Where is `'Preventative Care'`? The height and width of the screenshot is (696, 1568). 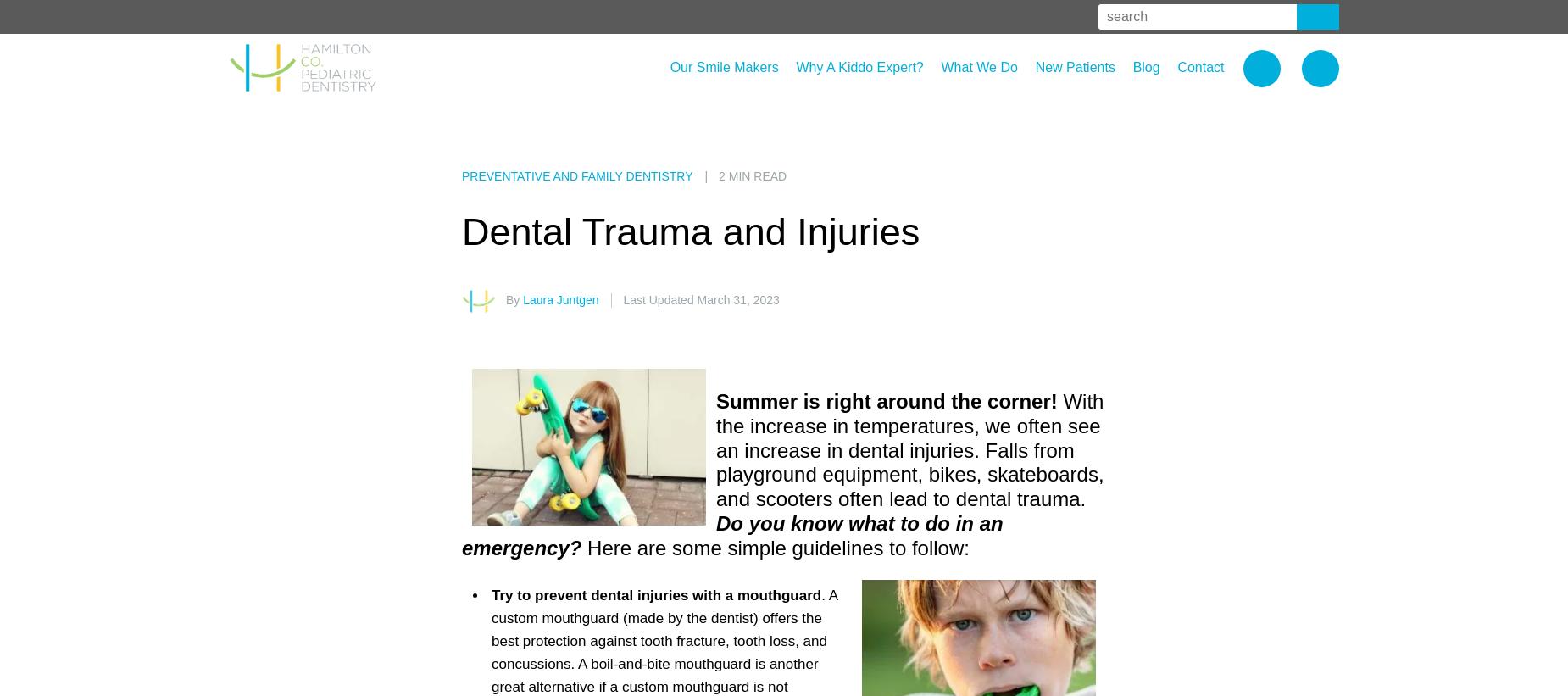 'Preventative Care' is located at coordinates (989, 118).